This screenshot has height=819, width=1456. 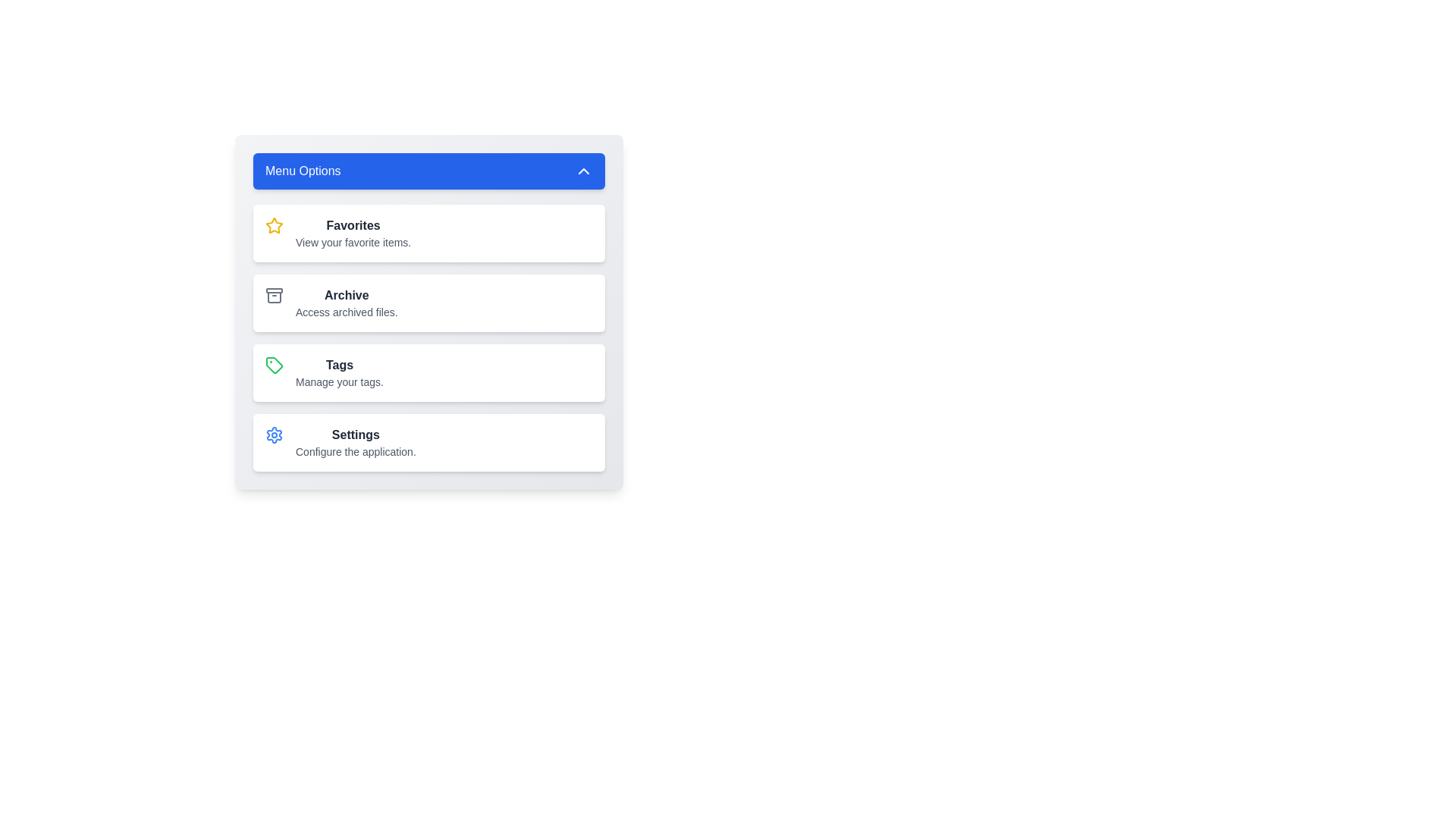 I want to click on the text label that reads 'Manage your tags.' which is styled in gray color and located below the 'Tags' header in the vertical menu list, so click(x=338, y=381).